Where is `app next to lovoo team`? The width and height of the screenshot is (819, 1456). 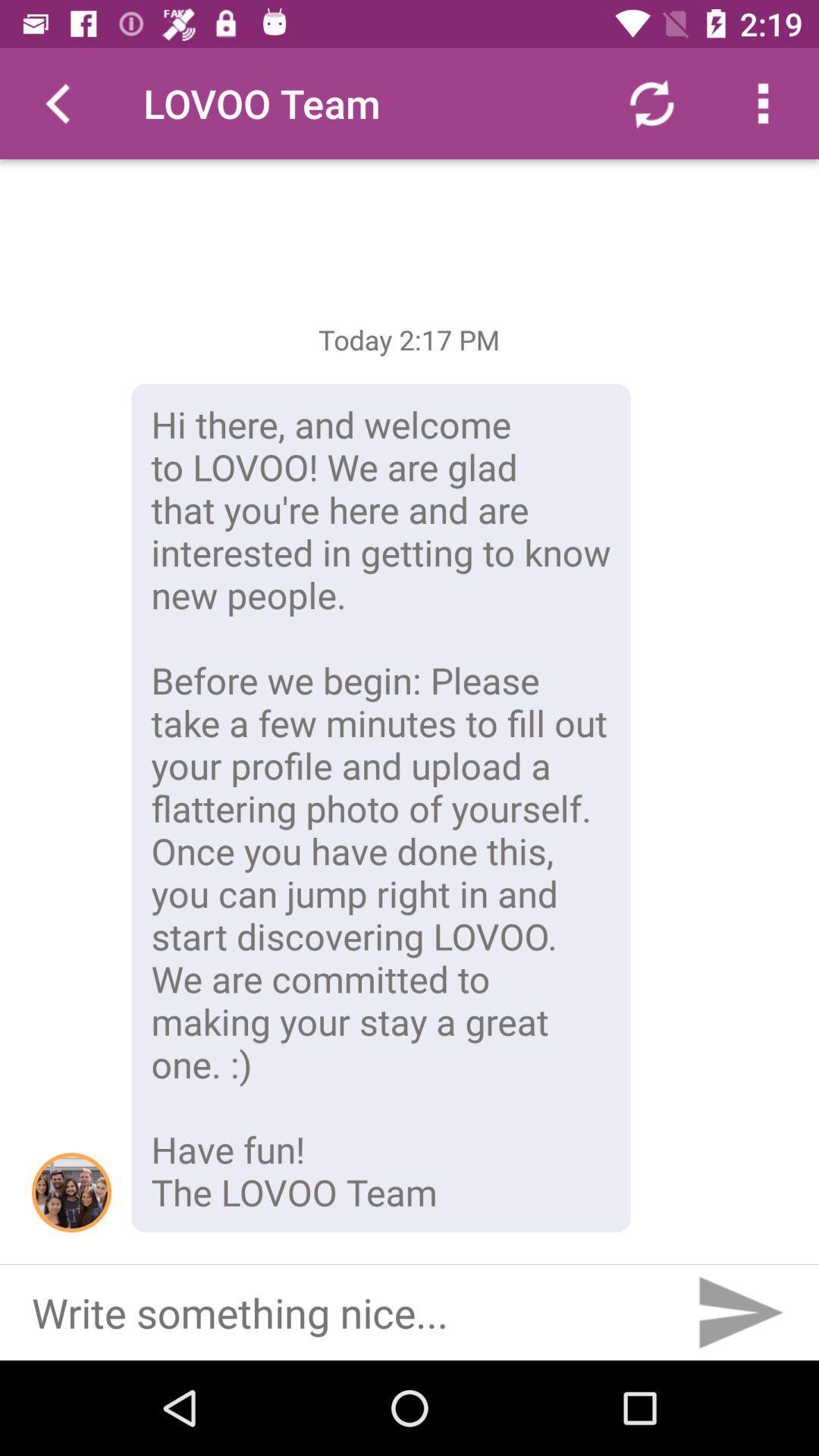
app next to lovoo team is located at coordinates (651, 102).